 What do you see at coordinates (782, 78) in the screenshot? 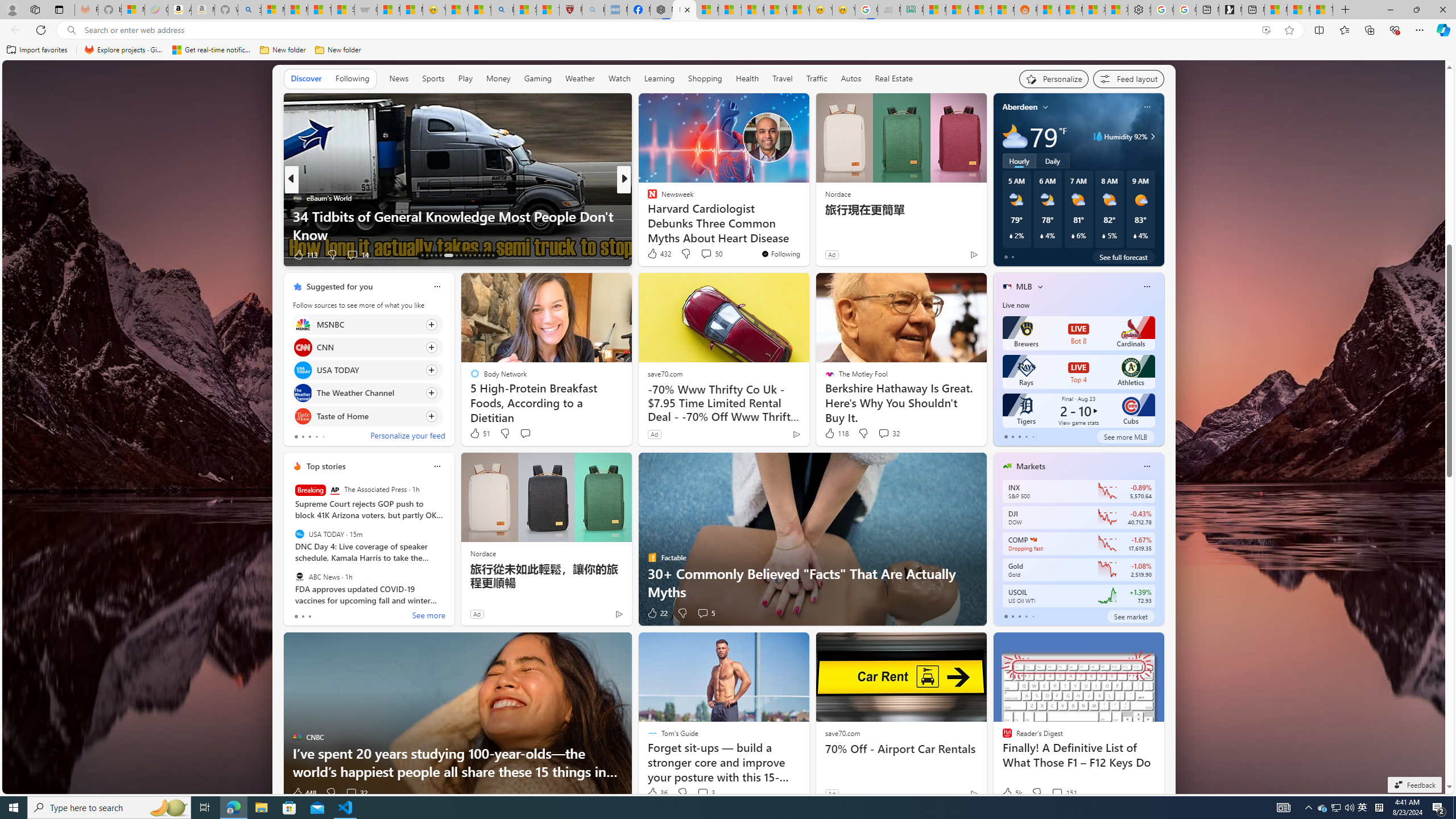
I see `'Travel'` at bounding box center [782, 78].